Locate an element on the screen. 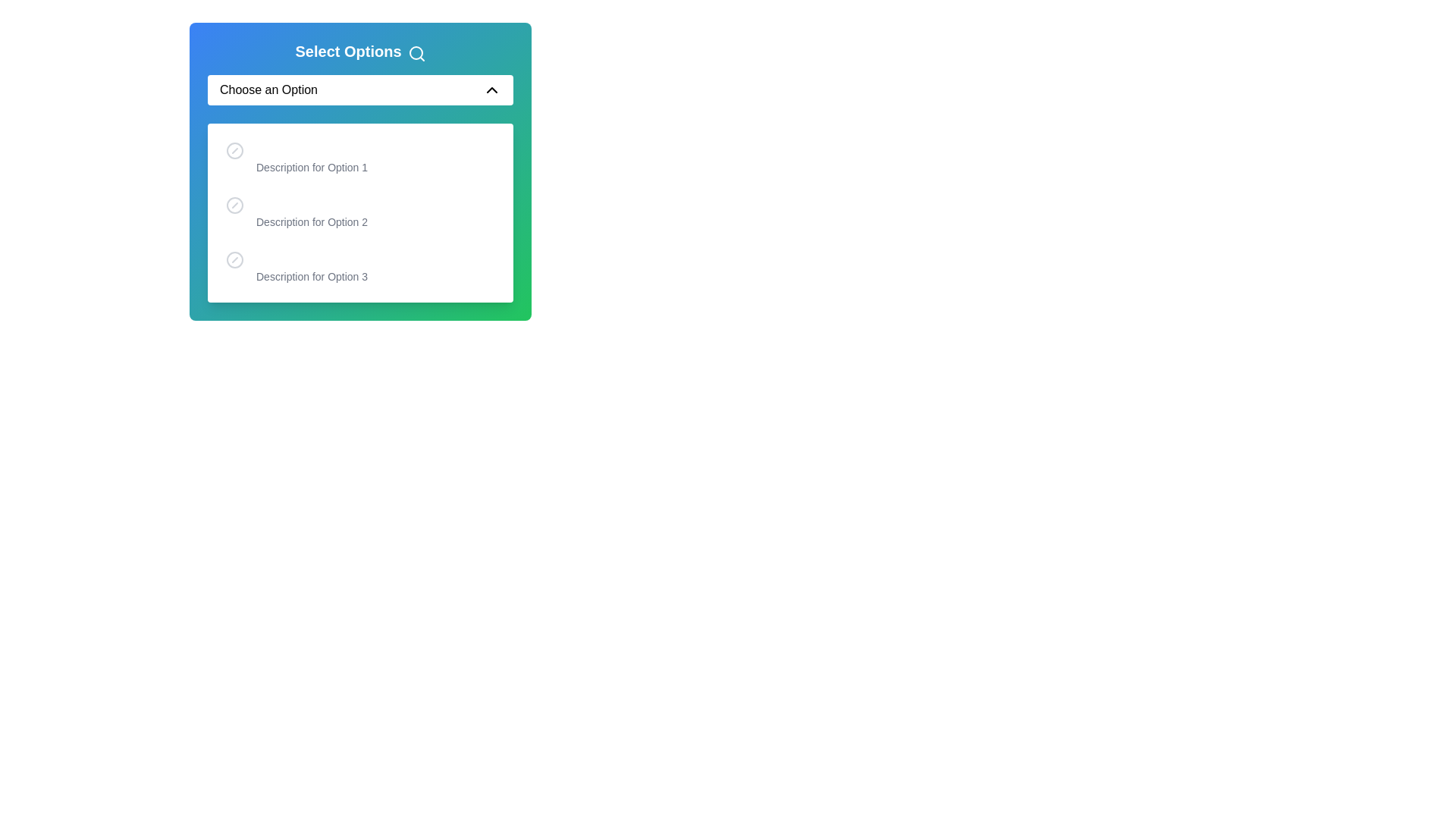 The image size is (1456, 819). the first selectable option in the dropdown menu, which is positioned below the 'Choose an Option' dropdown and includes an icon and text is located at coordinates (359, 171).